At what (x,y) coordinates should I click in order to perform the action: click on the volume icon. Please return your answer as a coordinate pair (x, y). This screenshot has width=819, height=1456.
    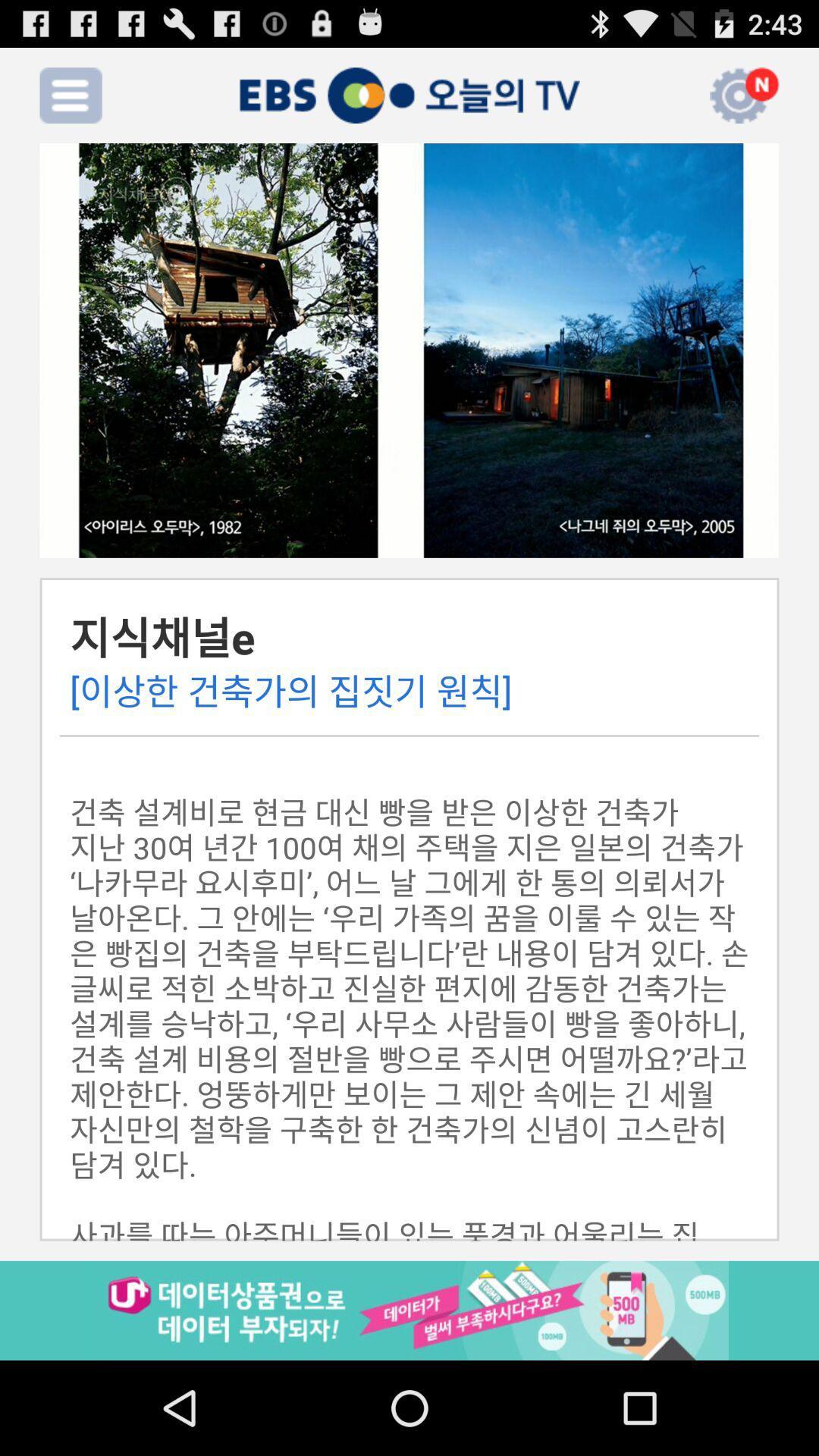
    Looking at the image, I should click on (679, 101).